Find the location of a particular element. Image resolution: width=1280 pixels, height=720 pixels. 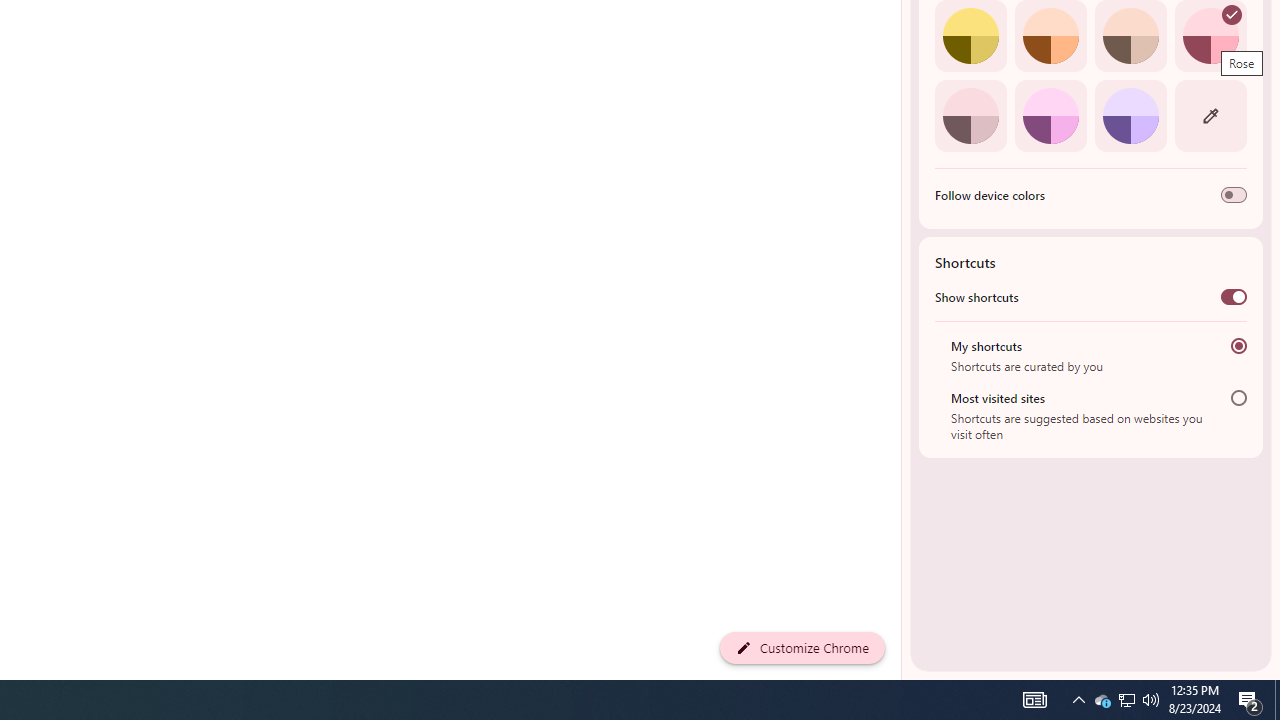

'Violet' is located at coordinates (1130, 115).